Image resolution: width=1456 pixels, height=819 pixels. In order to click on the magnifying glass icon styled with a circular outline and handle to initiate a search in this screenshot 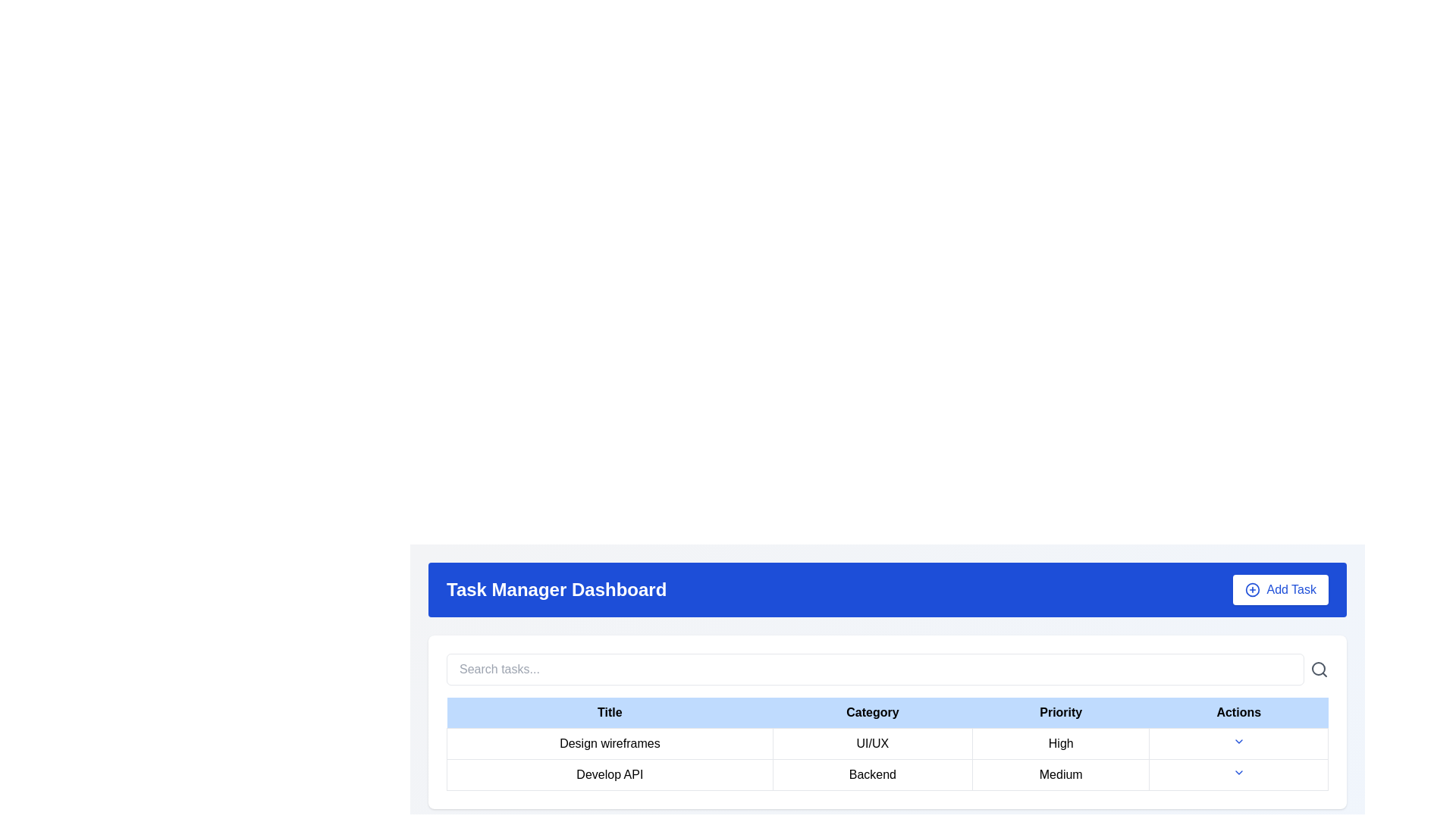, I will do `click(1318, 669)`.